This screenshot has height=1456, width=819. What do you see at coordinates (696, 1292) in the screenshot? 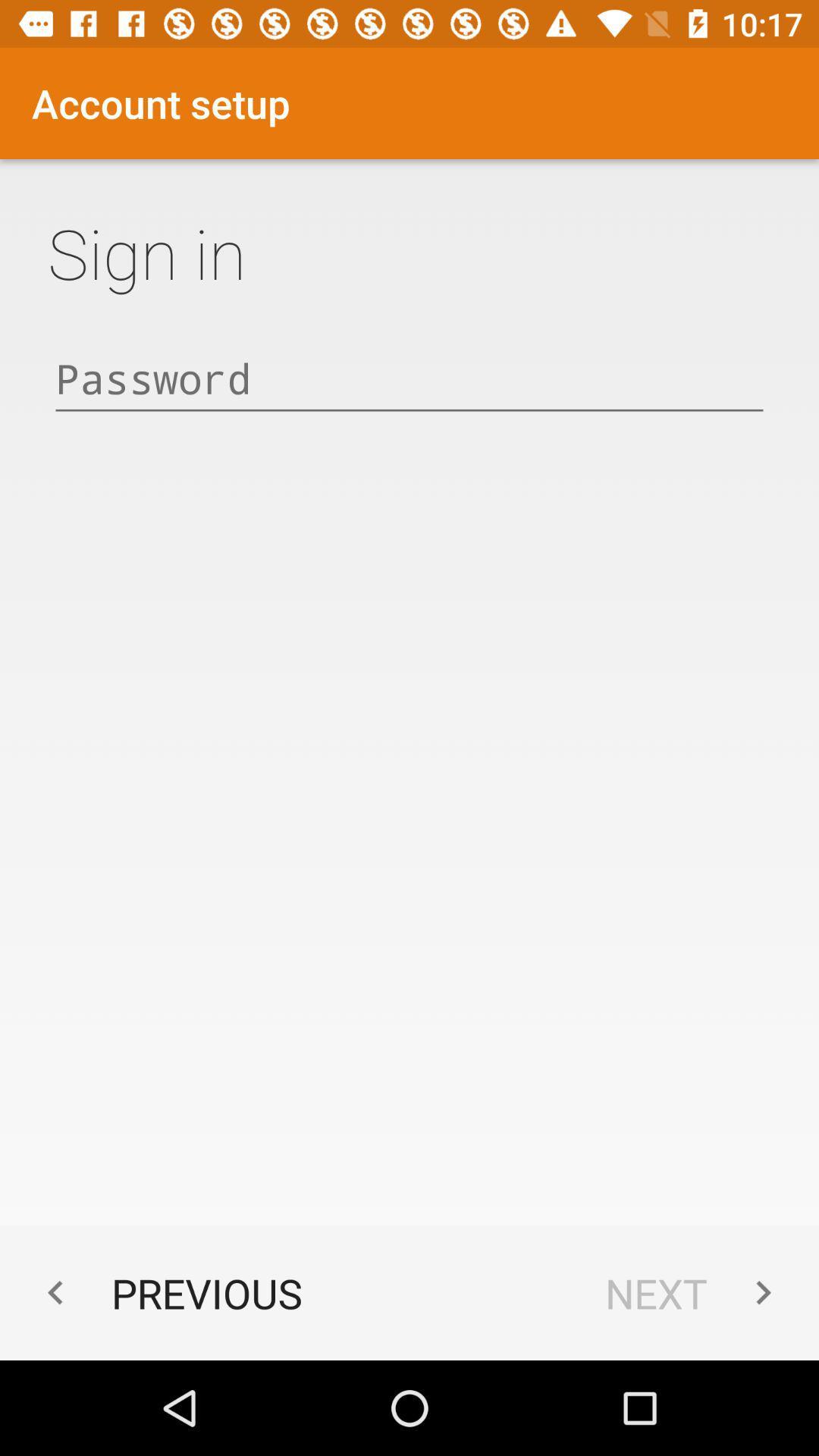
I see `the app next to the previous app` at bounding box center [696, 1292].